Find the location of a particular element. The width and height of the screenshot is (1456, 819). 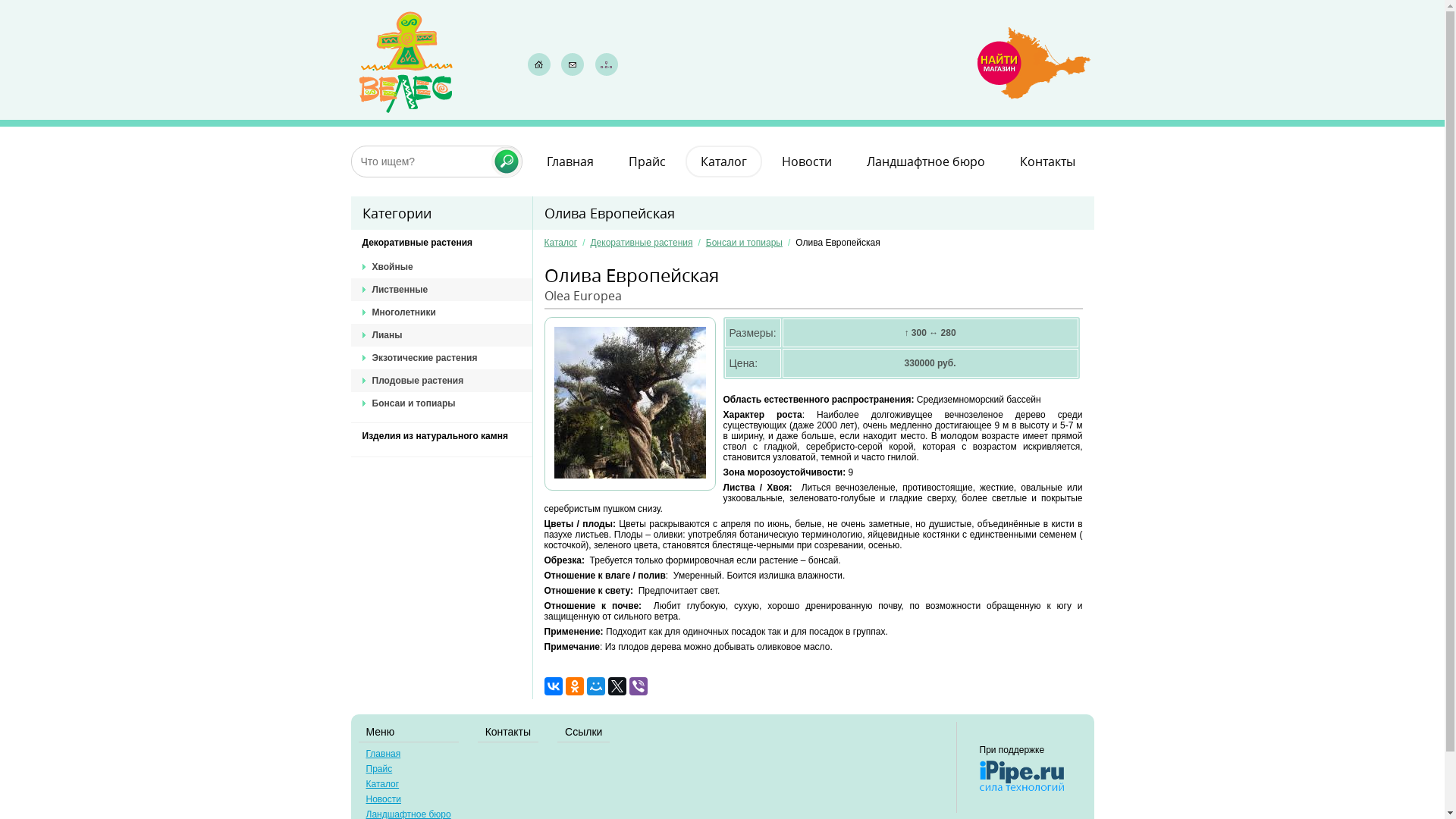

'Home' is located at coordinates (524, 63).